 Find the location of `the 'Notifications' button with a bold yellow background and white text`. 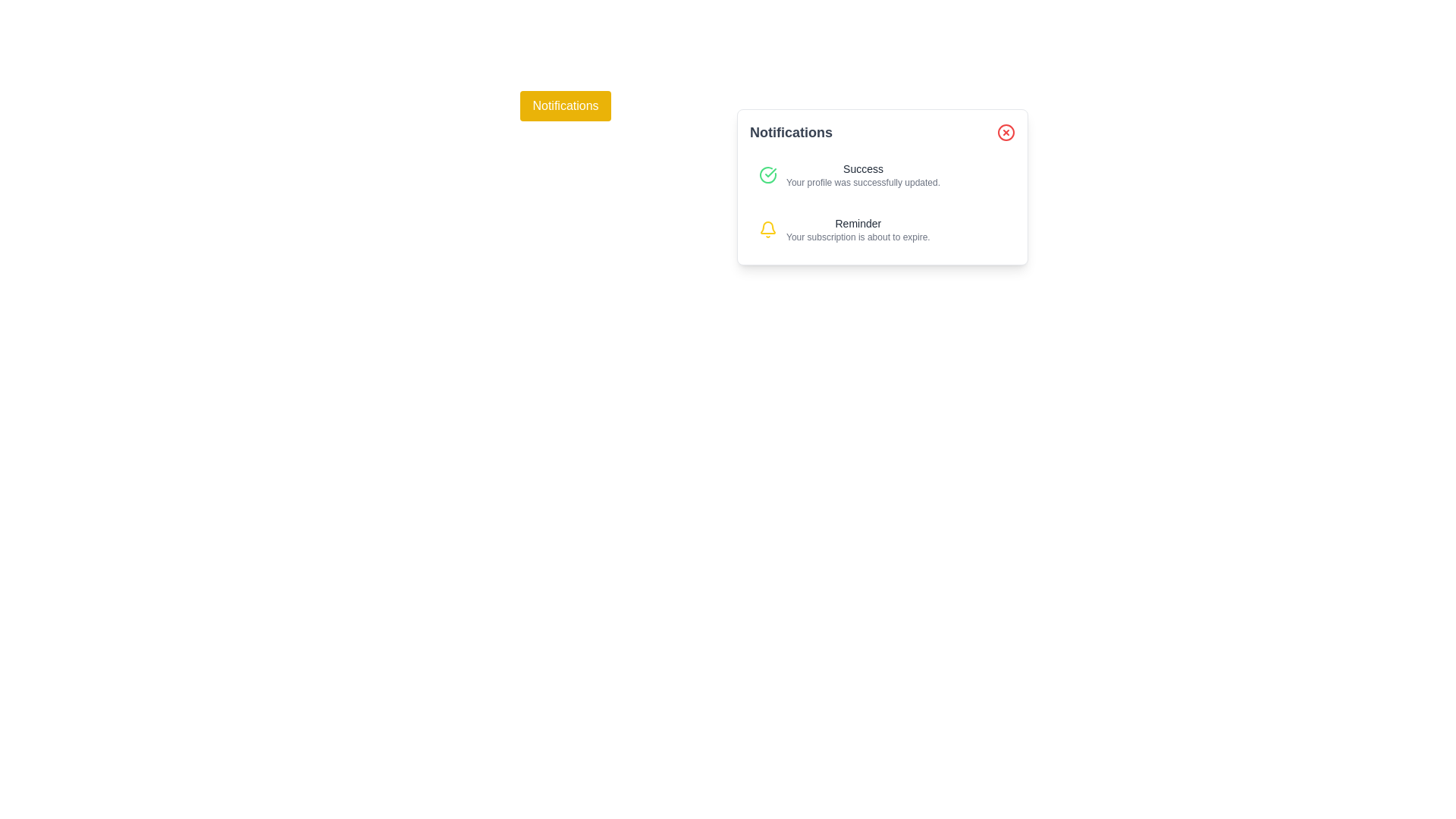

the 'Notifications' button with a bold yellow background and white text is located at coordinates (564, 105).